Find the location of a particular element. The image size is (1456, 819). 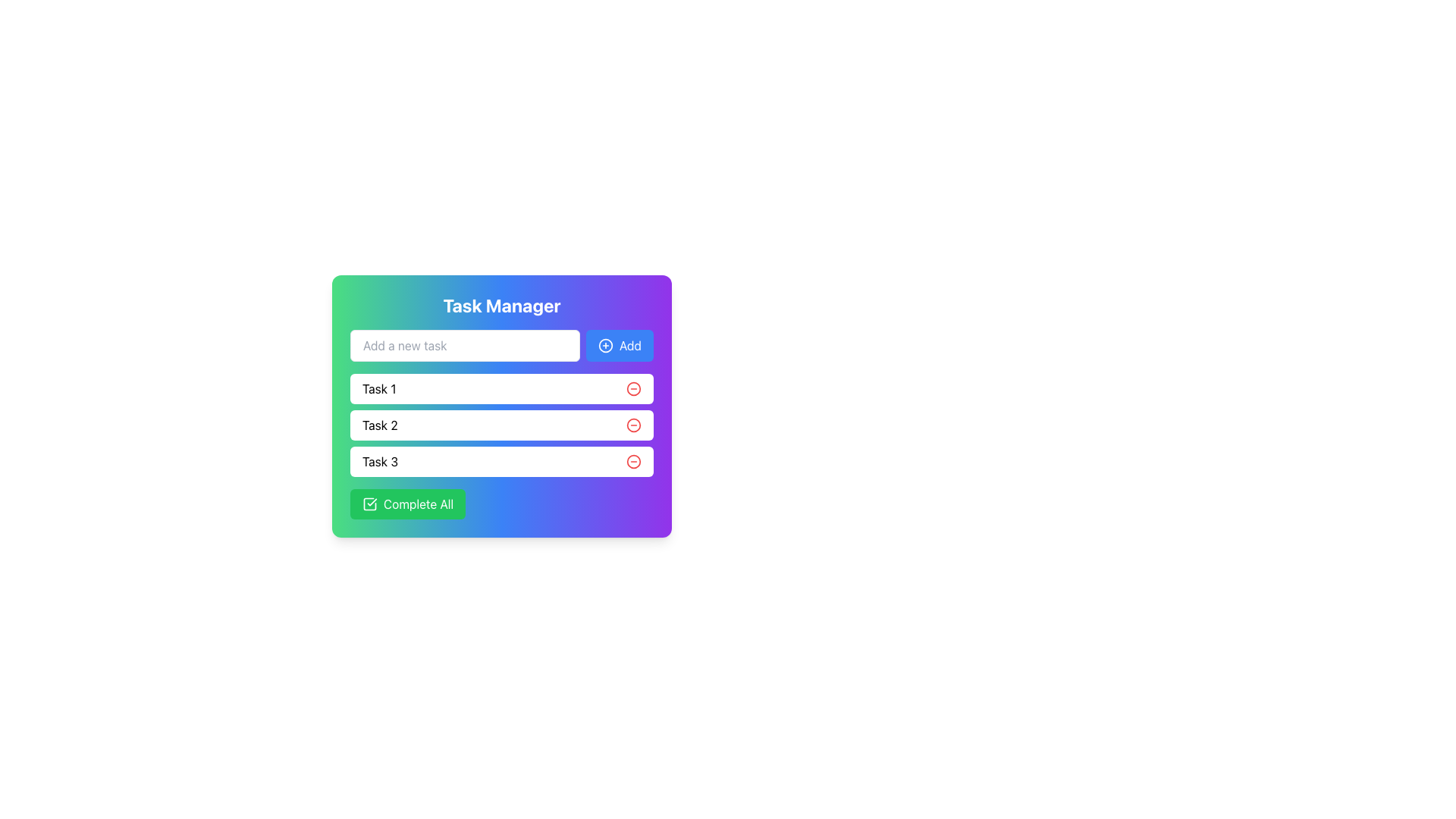

the square check icon with a bold outline and a checkmark inside, located to the left of the 'Complete All' text in a green button is located at coordinates (370, 504).